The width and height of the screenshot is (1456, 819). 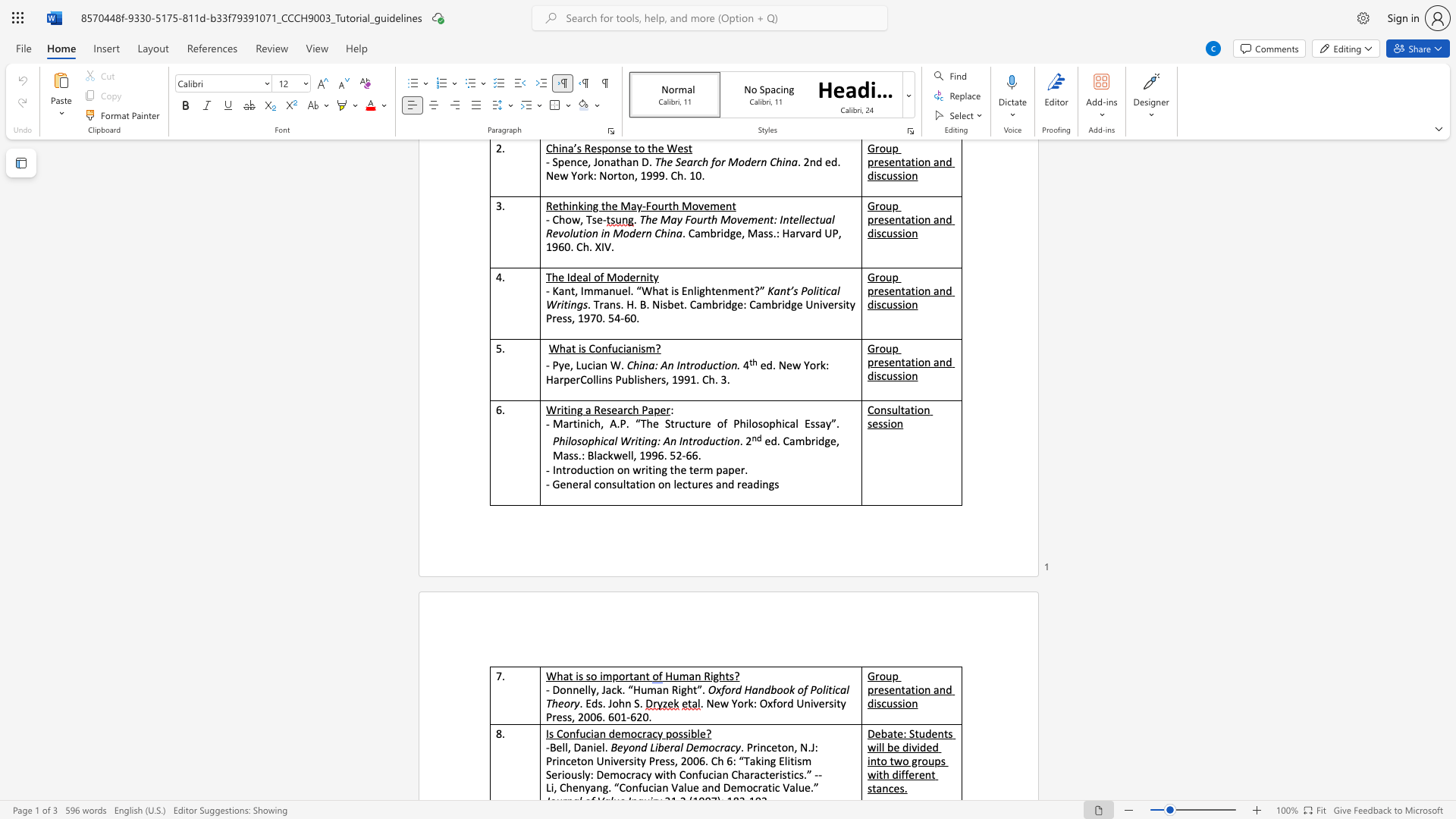 What do you see at coordinates (601, 786) in the screenshot?
I see `the subset text "g. “Confucian Value and Democratic" within the text "Seriously: Democracy with Confucian Characteristics.” --Li, Chenyang. “Confucian Value and Democratic Value.”"` at bounding box center [601, 786].